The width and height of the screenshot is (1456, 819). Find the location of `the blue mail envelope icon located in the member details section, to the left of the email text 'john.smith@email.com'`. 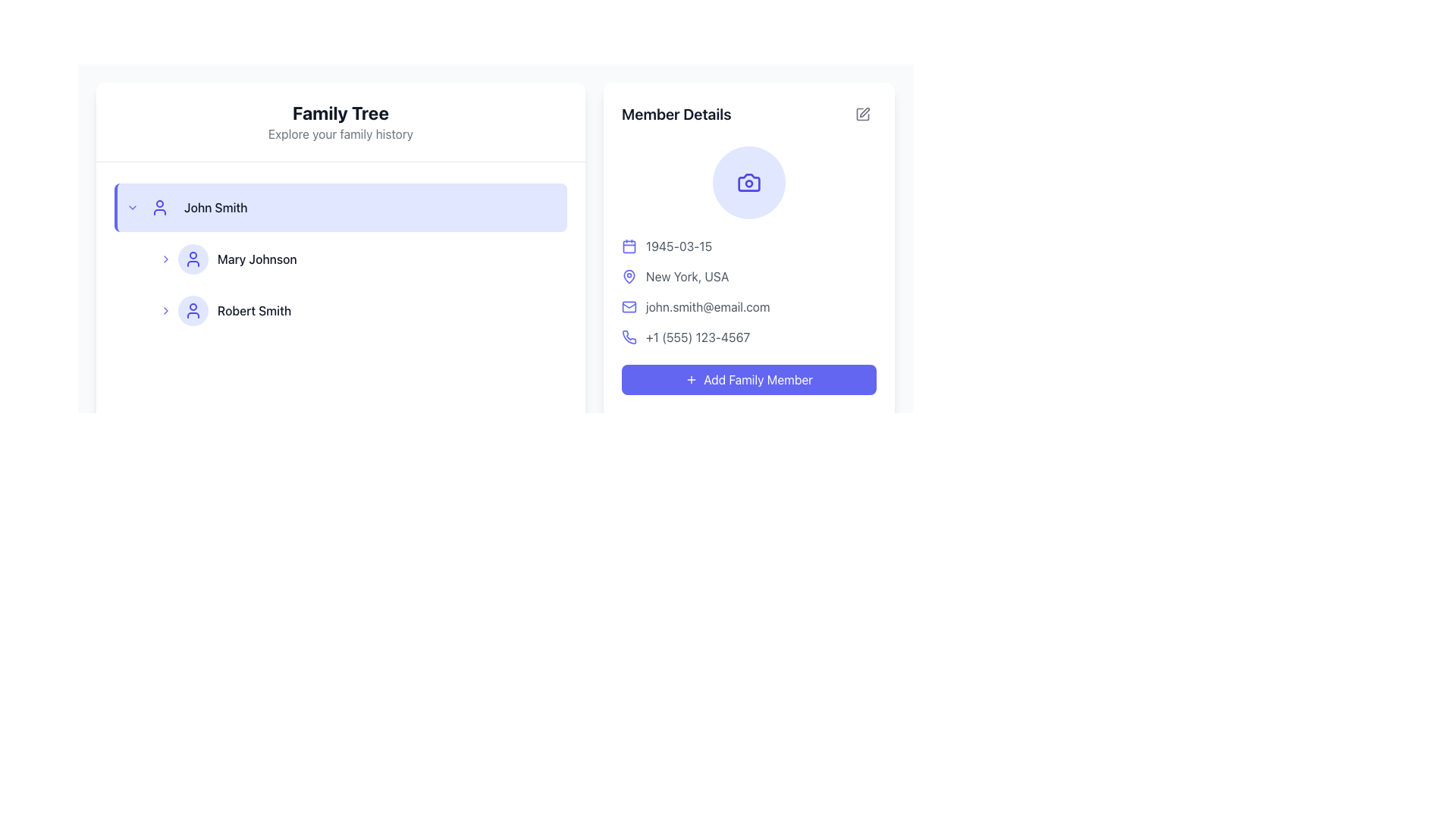

the blue mail envelope icon located in the member details section, to the left of the email text 'john.smith@email.com' is located at coordinates (629, 307).